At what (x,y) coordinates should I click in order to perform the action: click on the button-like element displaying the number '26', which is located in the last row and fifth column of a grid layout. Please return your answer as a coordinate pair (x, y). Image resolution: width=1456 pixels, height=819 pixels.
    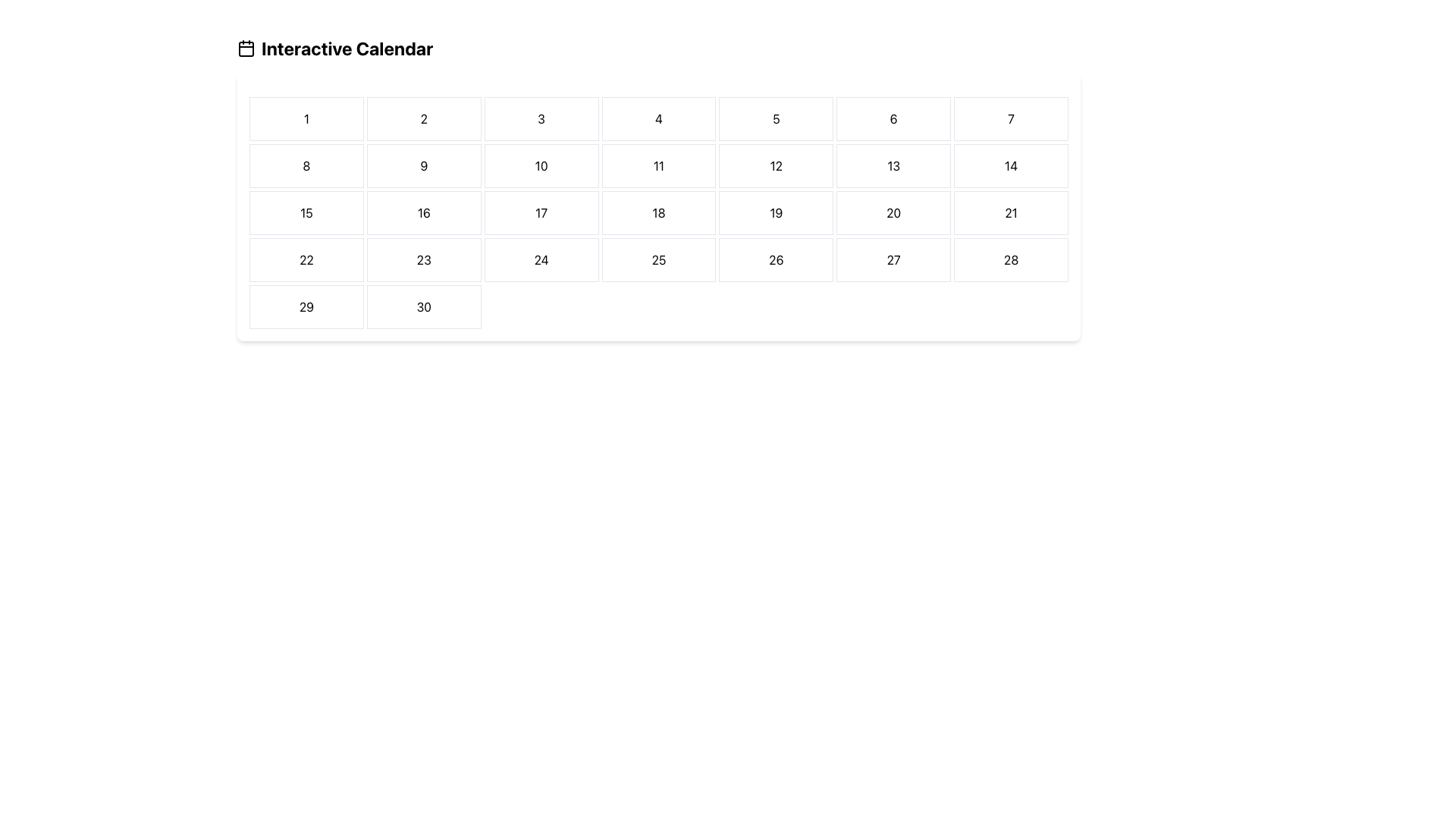
    Looking at the image, I should click on (776, 259).